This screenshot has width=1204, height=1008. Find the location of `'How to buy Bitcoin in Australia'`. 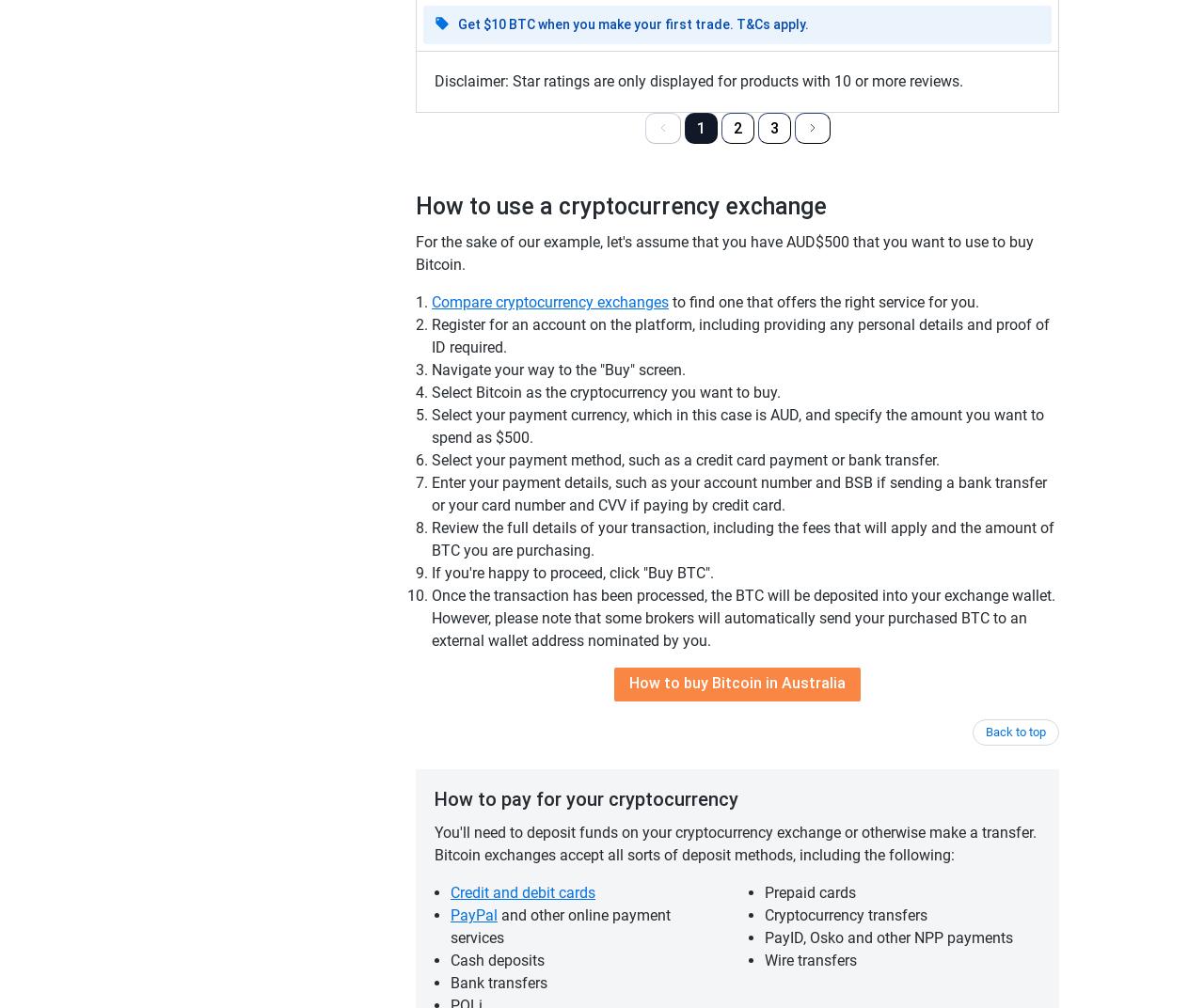

'How to buy Bitcoin in Australia' is located at coordinates (737, 682).